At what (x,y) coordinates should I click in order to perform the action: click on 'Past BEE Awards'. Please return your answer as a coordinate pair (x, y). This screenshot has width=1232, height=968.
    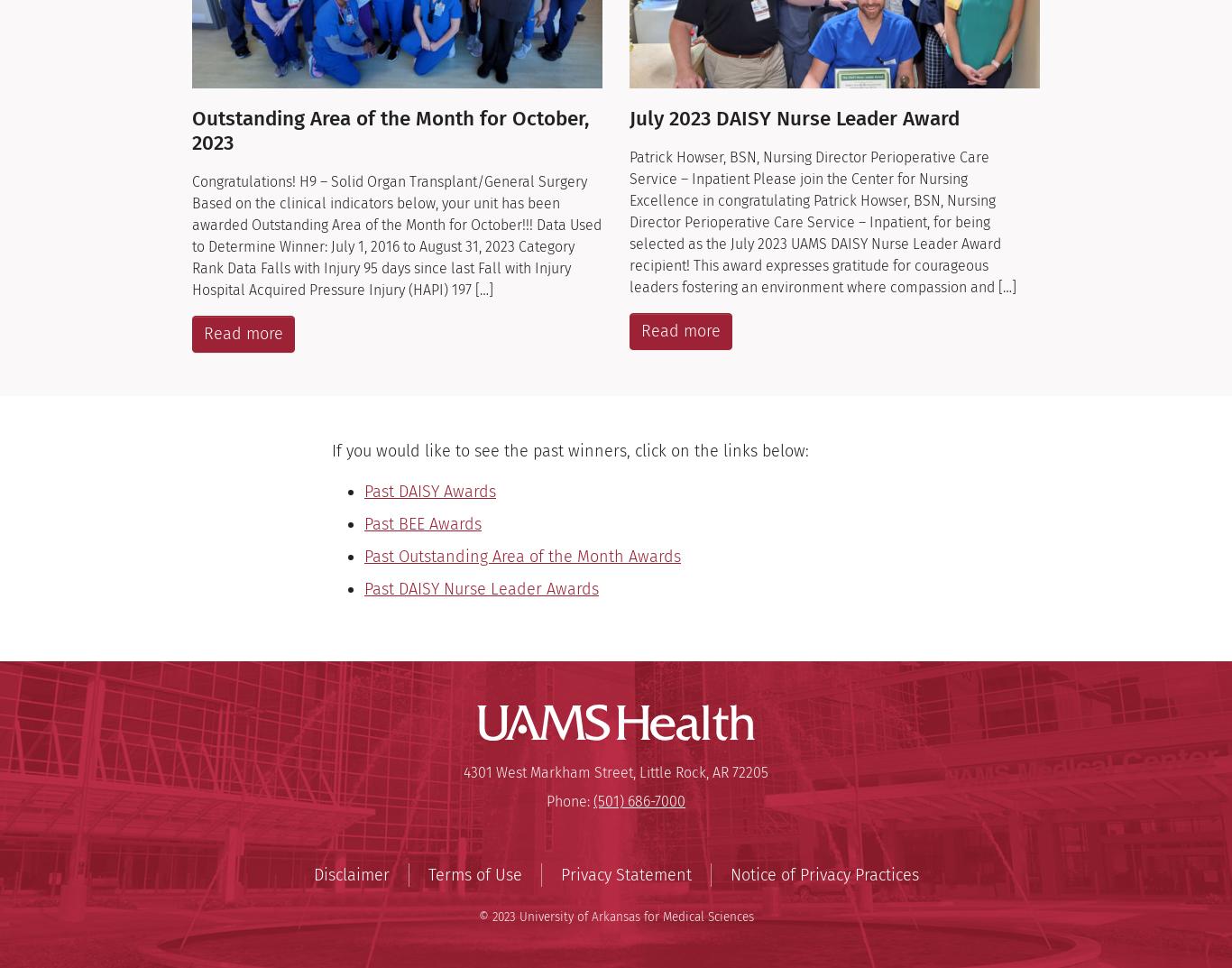
    Looking at the image, I should click on (422, 524).